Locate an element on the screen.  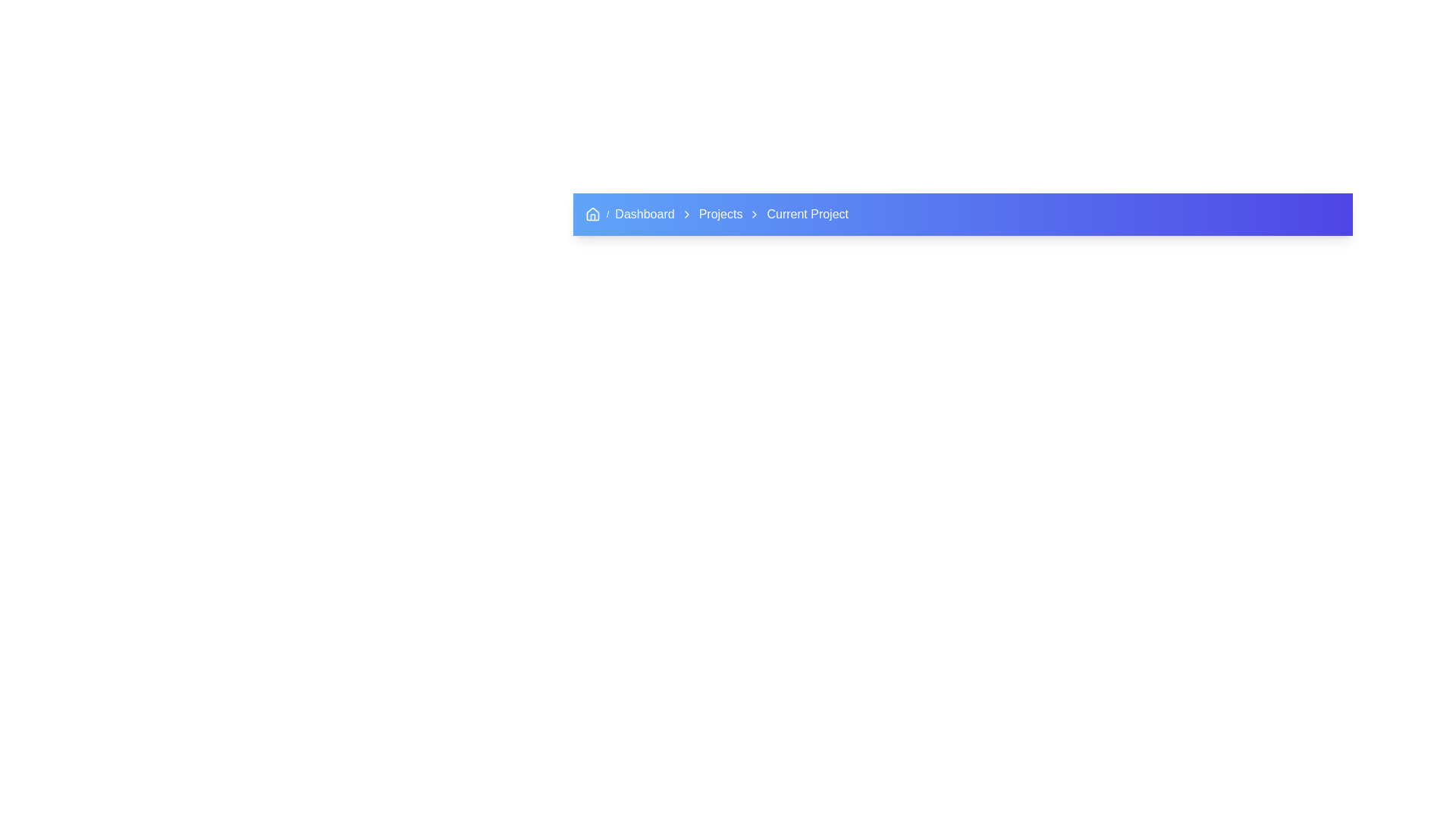
the house-shaped SVG icon at the start of the breadcrumb navigation bar, which is positioned before the 'Dashboard' link is located at coordinates (592, 214).